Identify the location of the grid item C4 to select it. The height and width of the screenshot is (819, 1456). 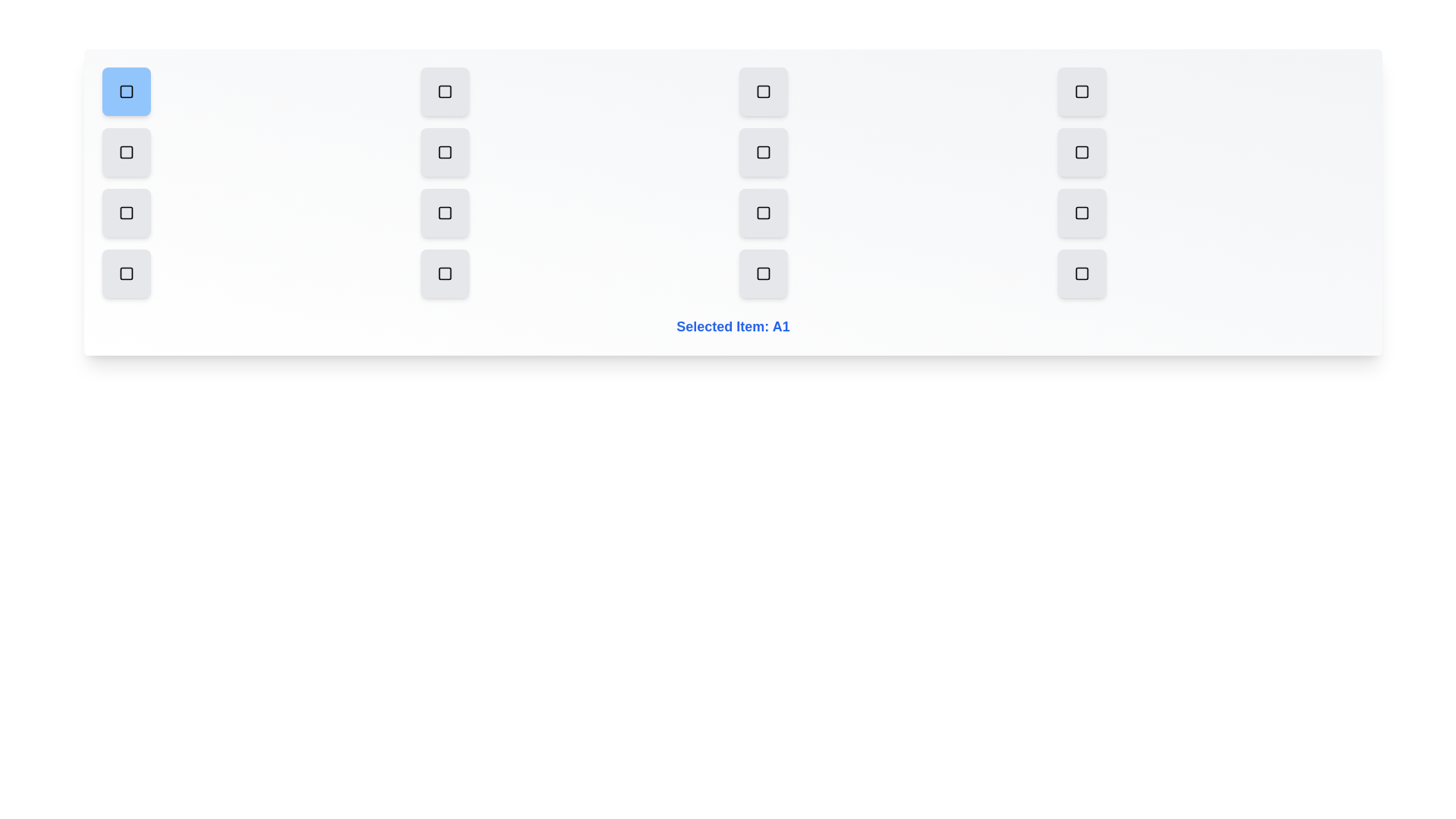
(1081, 213).